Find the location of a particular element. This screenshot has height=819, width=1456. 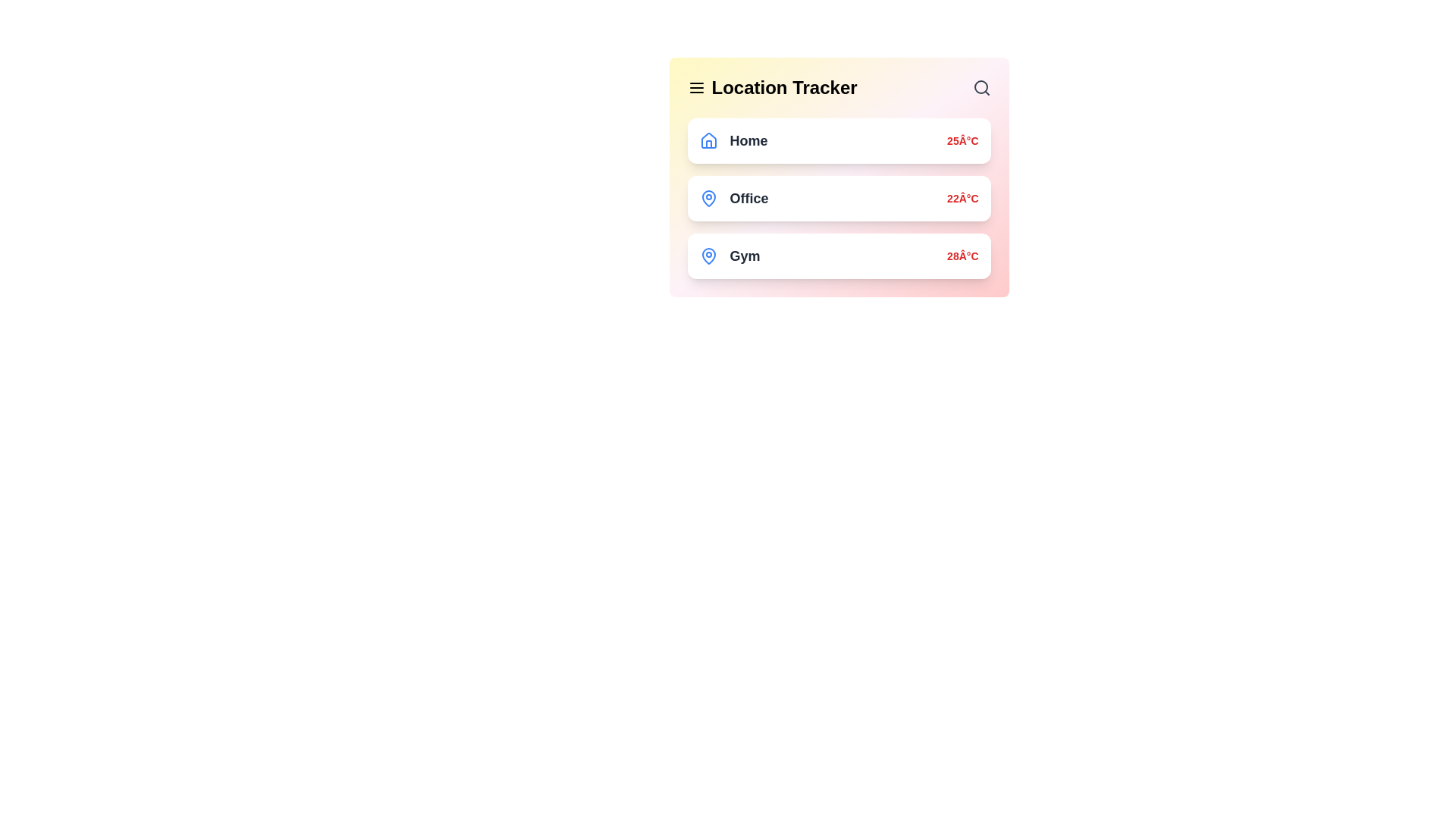

the temperature value of Office to edit or inspect it is located at coordinates (962, 198).